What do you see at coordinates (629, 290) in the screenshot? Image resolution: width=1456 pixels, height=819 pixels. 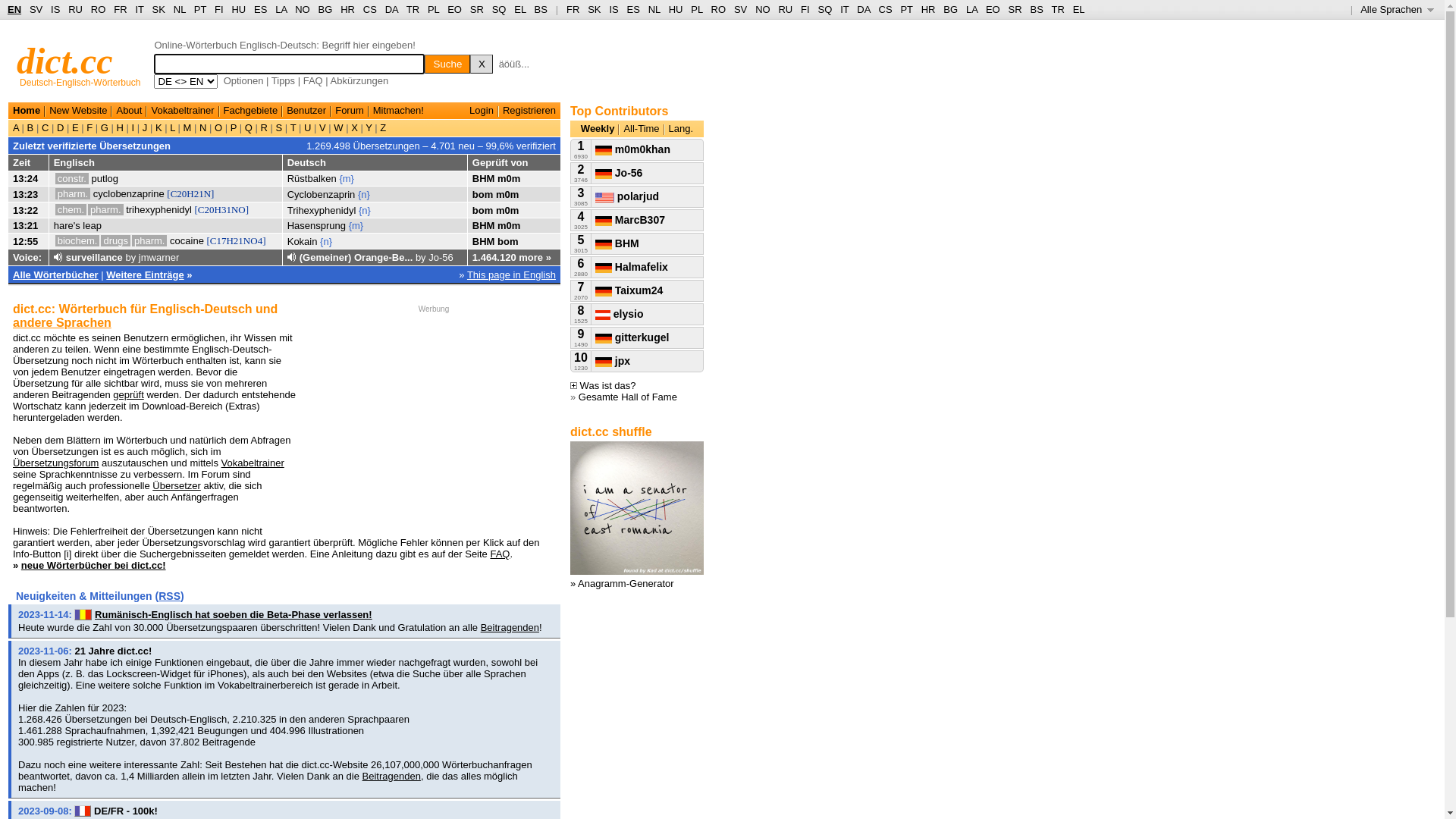 I see `'Taixum24'` at bounding box center [629, 290].